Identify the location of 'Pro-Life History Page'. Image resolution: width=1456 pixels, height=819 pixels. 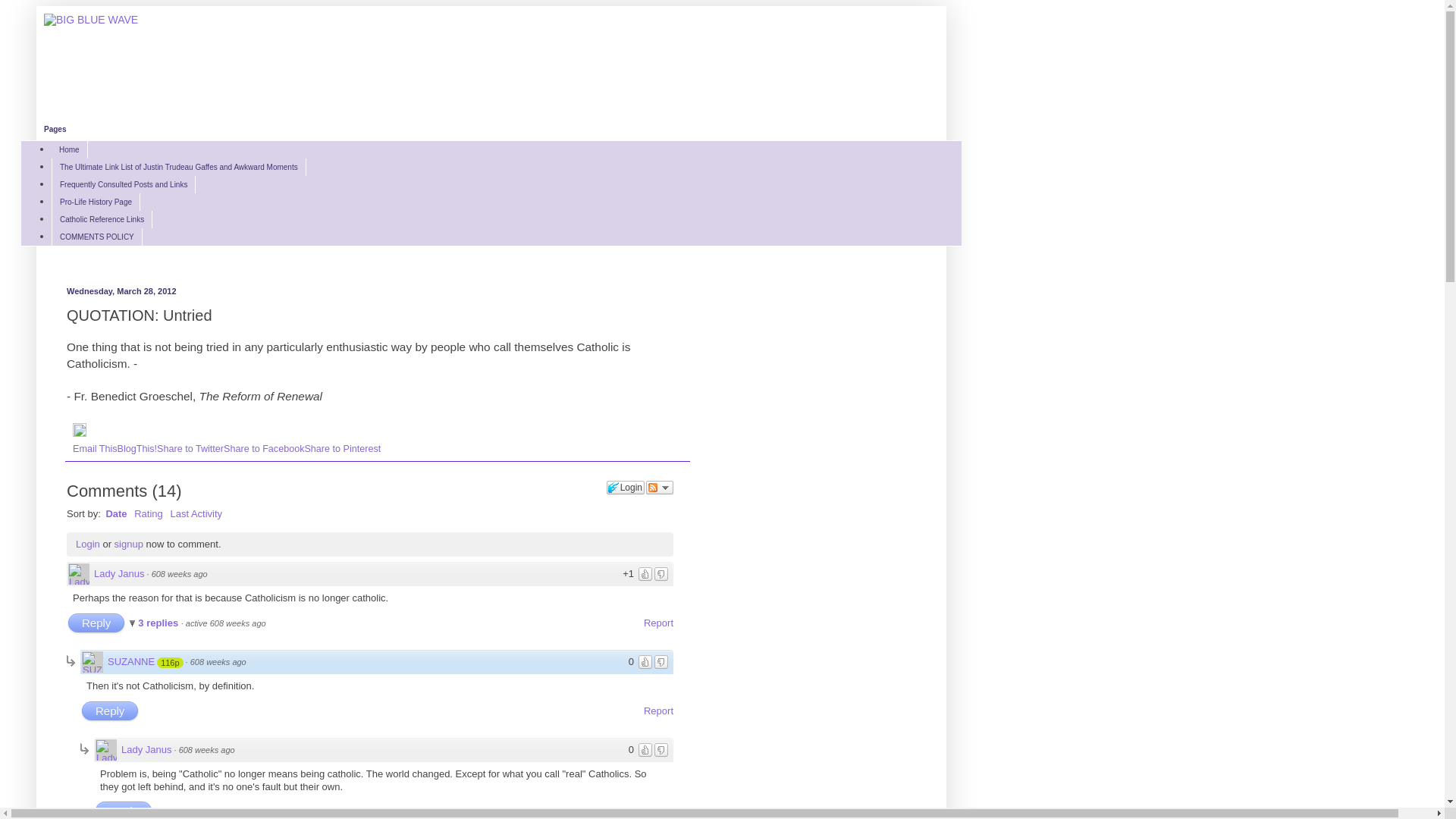
(95, 201).